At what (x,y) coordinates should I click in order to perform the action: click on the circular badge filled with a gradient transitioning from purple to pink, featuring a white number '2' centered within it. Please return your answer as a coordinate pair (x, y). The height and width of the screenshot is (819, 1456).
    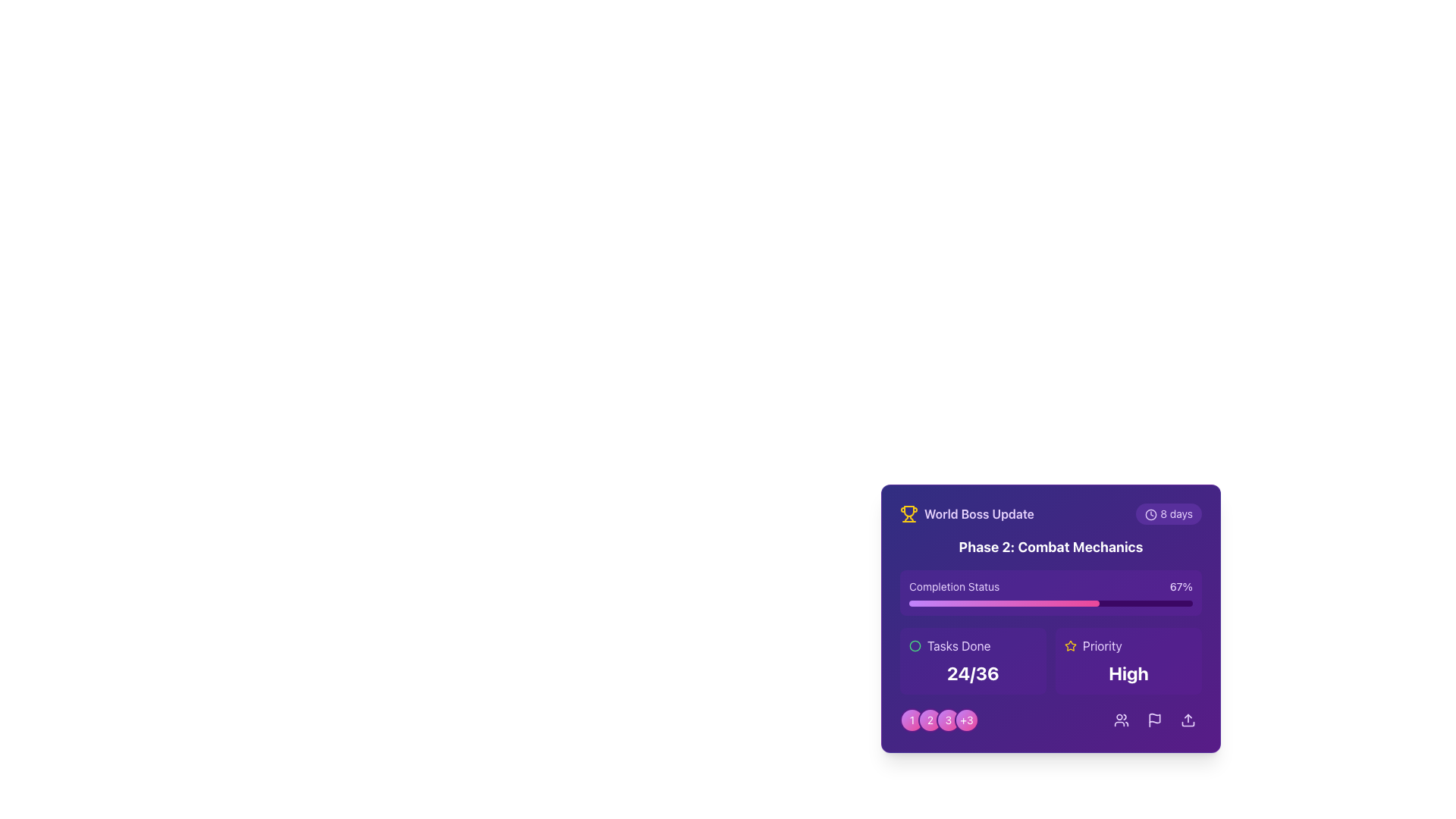
    Looking at the image, I should click on (930, 719).